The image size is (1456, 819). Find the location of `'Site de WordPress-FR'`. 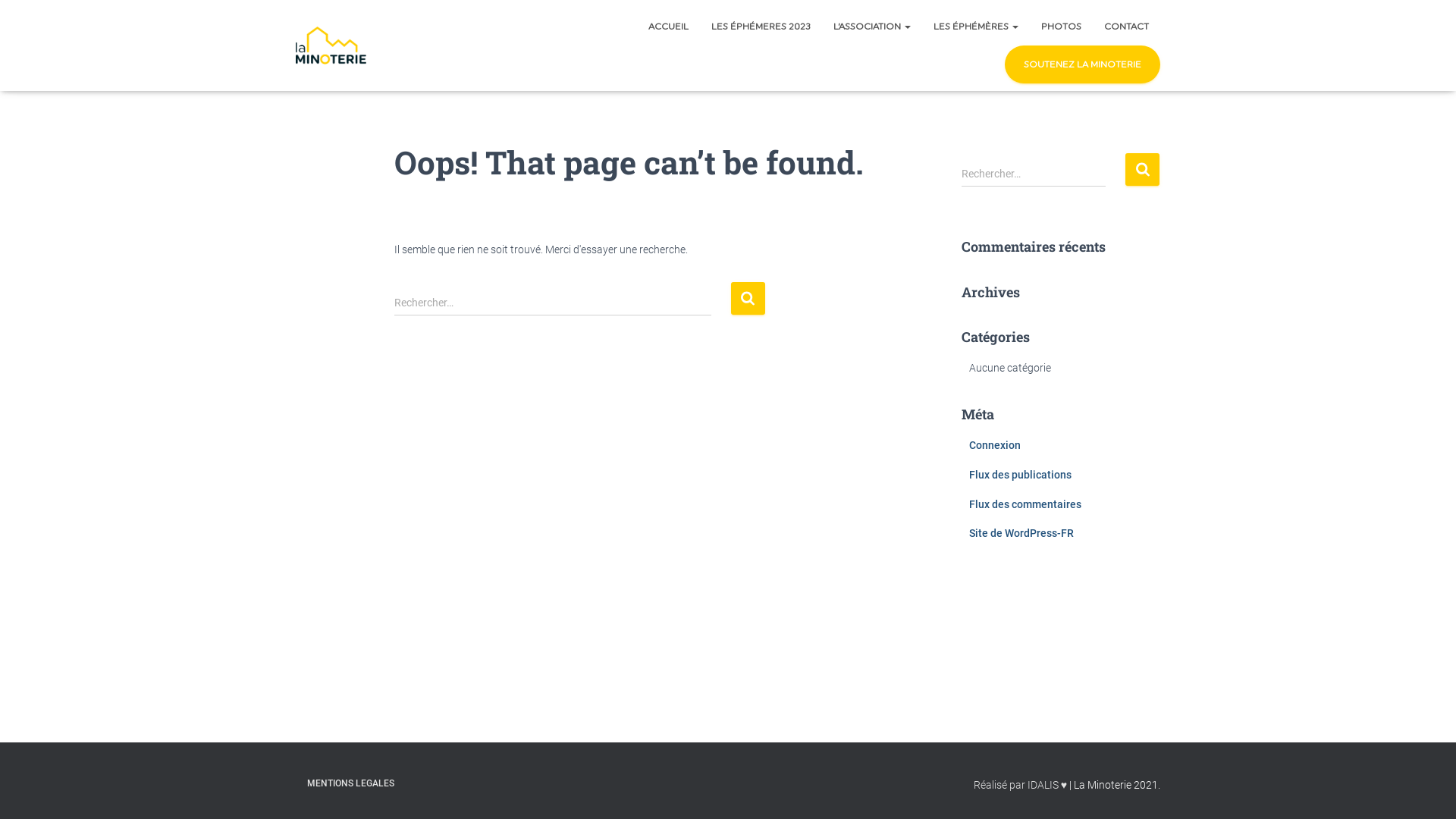

'Site de WordPress-FR' is located at coordinates (1021, 532).